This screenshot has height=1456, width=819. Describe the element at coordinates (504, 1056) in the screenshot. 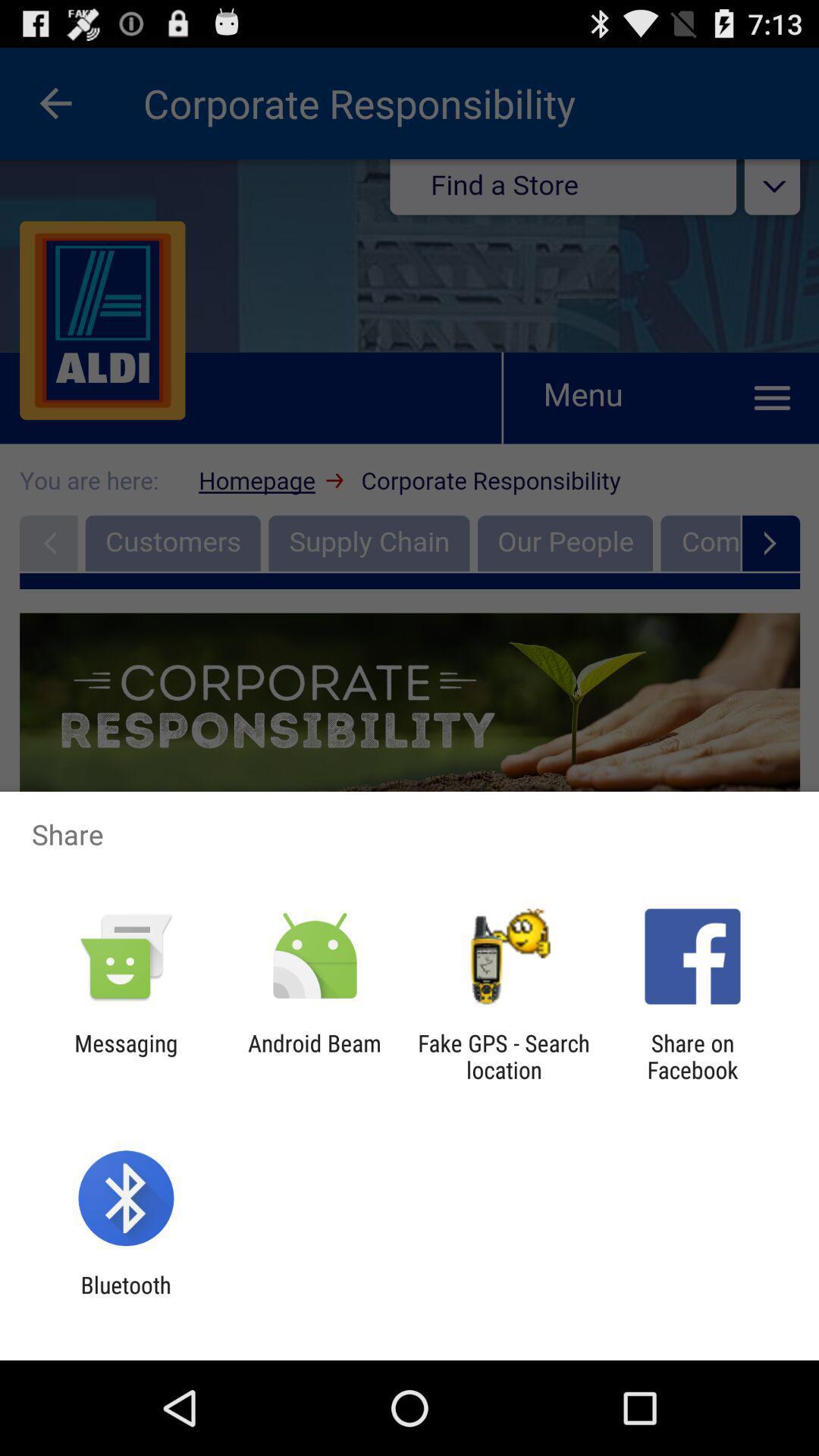

I see `fake gps search` at that location.